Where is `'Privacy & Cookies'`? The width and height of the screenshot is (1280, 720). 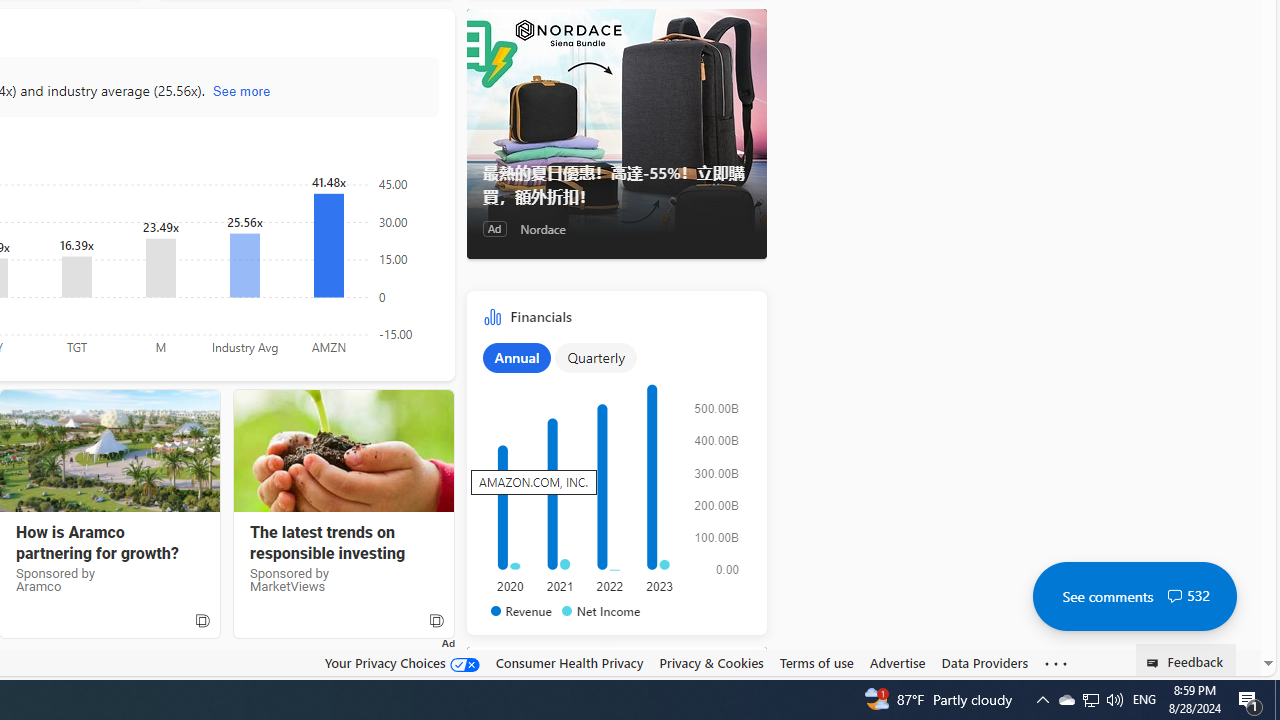 'Privacy & Cookies' is located at coordinates (711, 663).